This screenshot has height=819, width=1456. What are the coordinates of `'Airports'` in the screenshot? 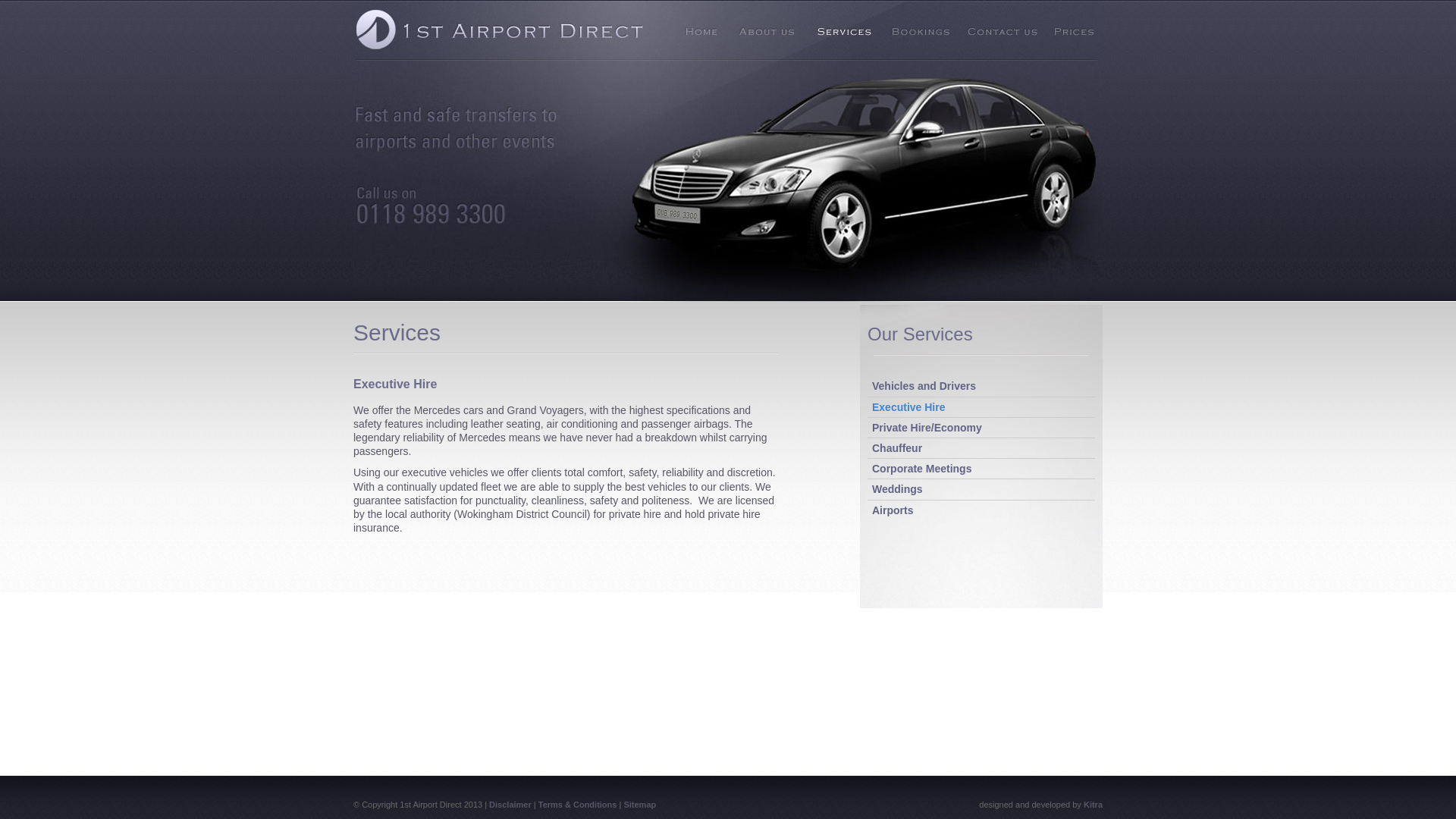 It's located at (892, 509).